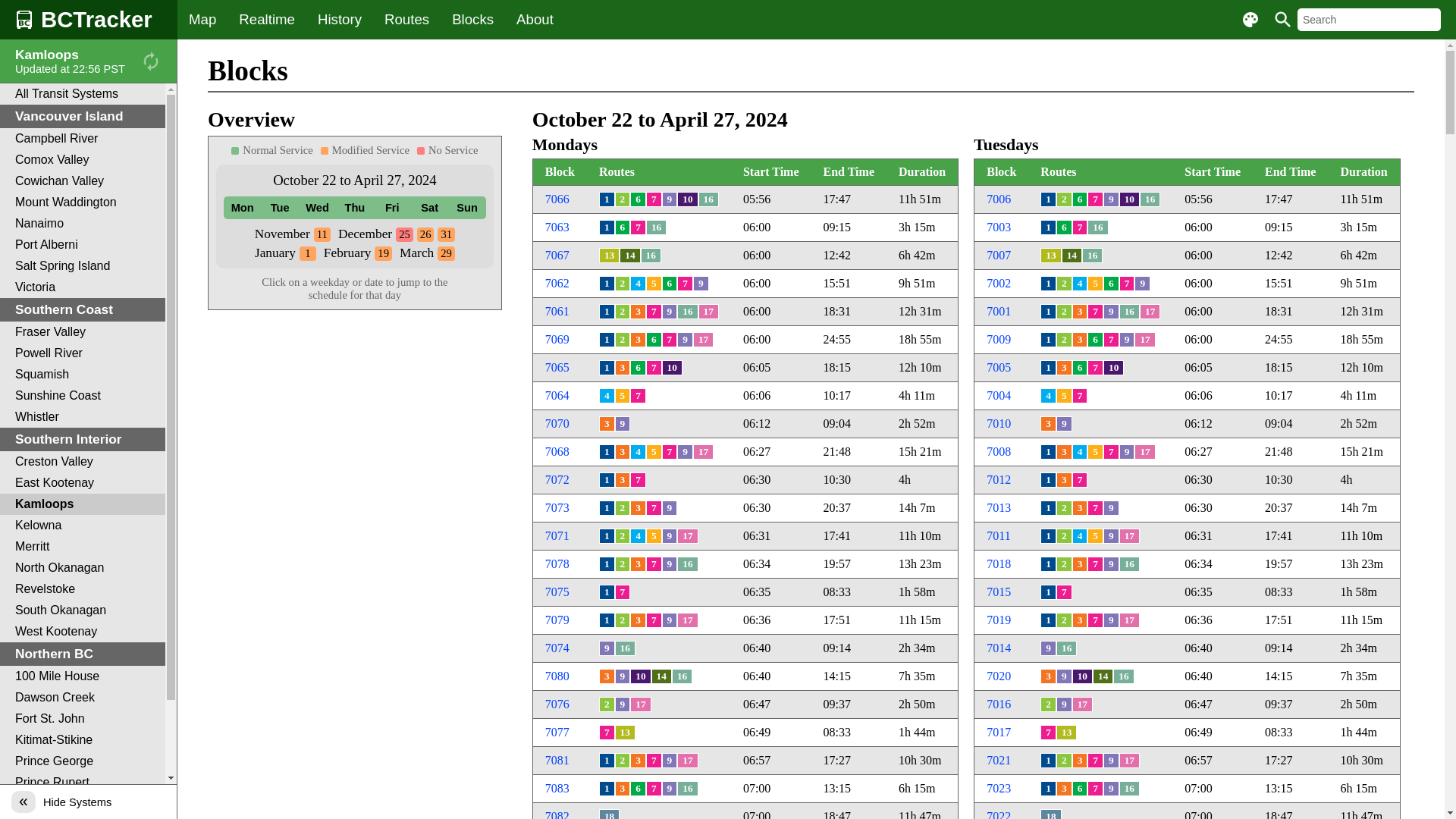 This screenshot has height=819, width=1456. What do you see at coordinates (625, 731) in the screenshot?
I see `'13'` at bounding box center [625, 731].